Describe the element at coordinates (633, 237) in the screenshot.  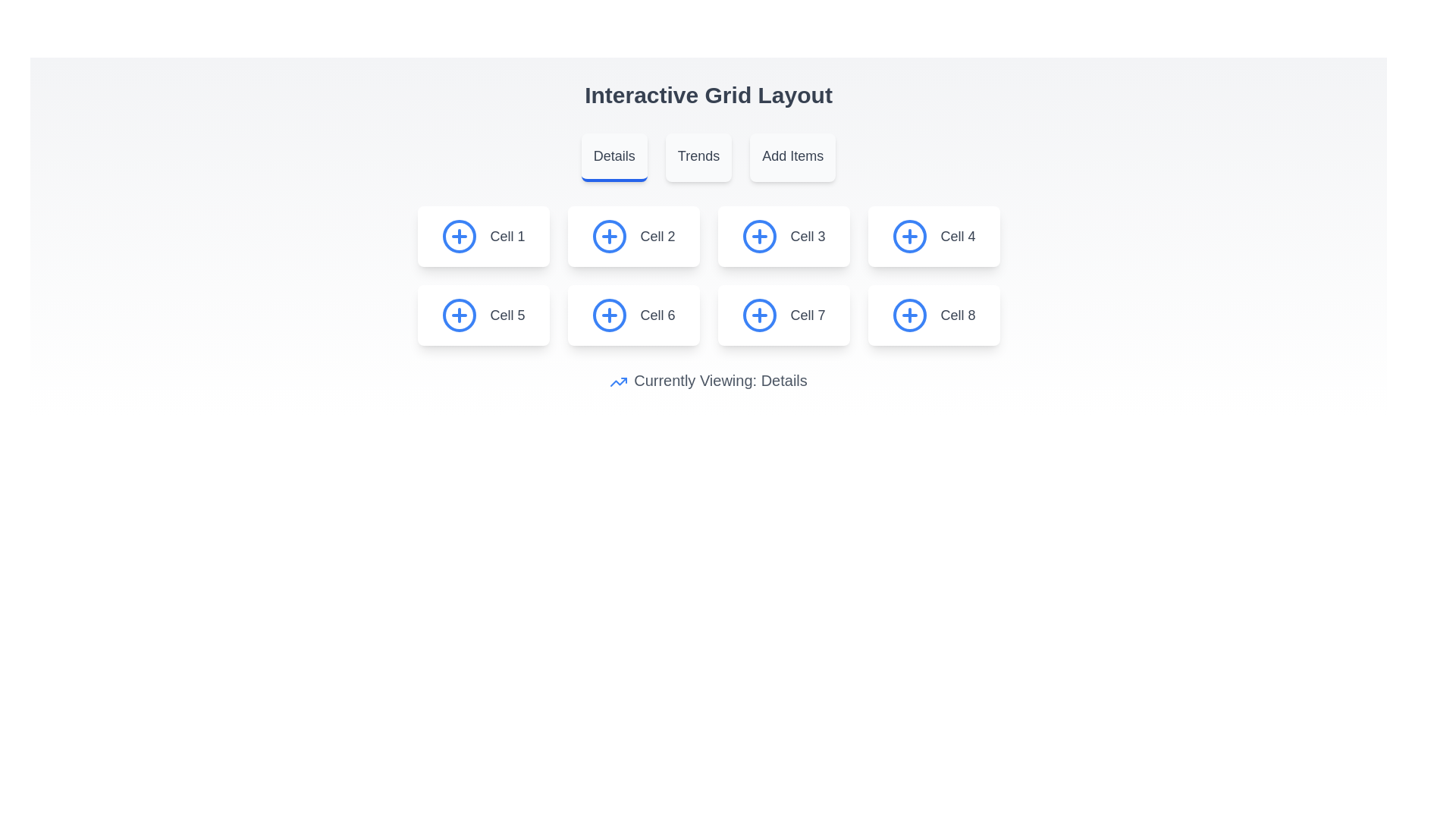
I see `the rectangular card labeled 'Cell 2' that features a blue circular plus sign icon on its left and is located in the second column of the first row of a 2x4 grid layout` at that location.